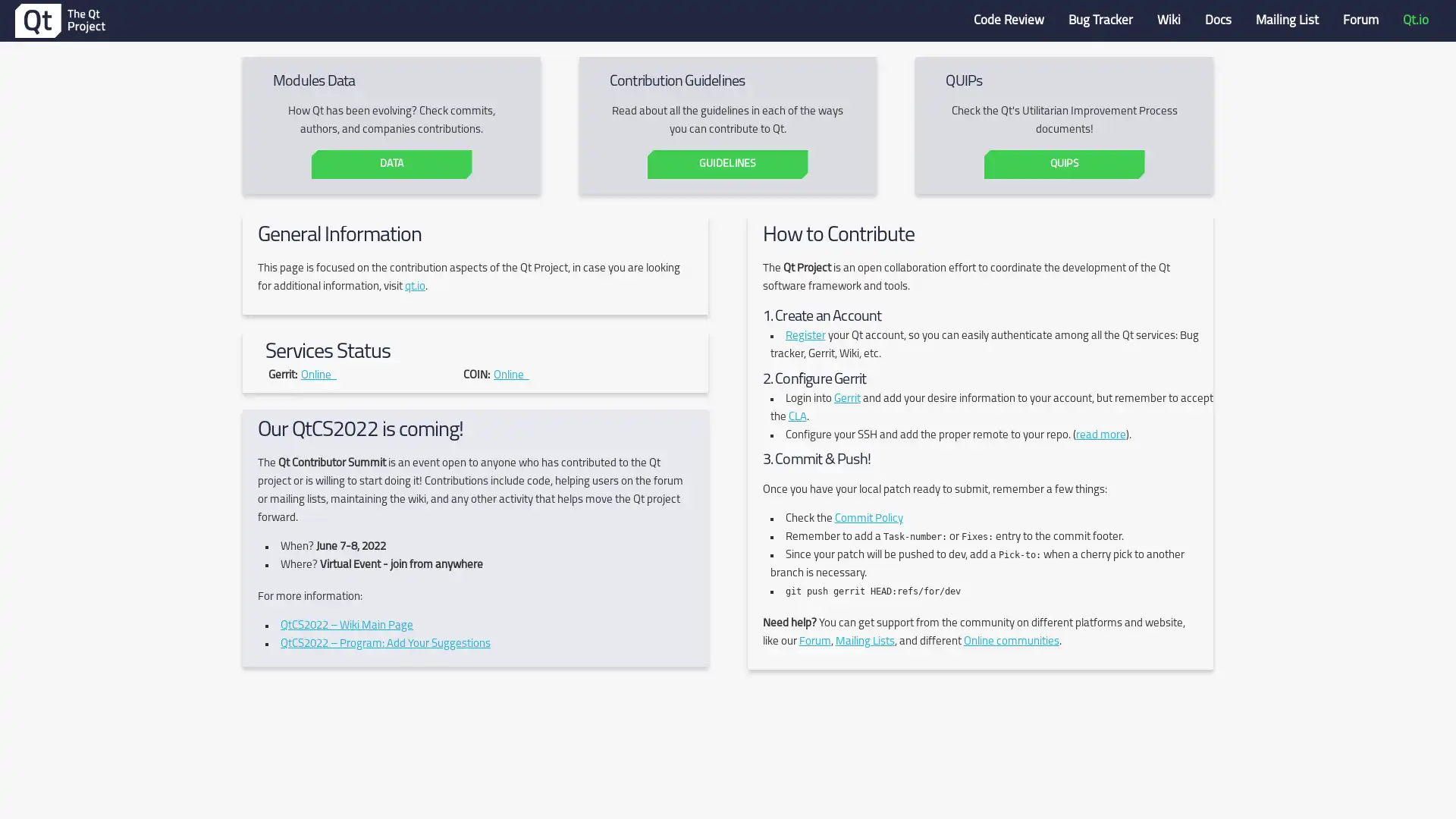 The height and width of the screenshot is (819, 1456). I want to click on DATA, so click(391, 164).